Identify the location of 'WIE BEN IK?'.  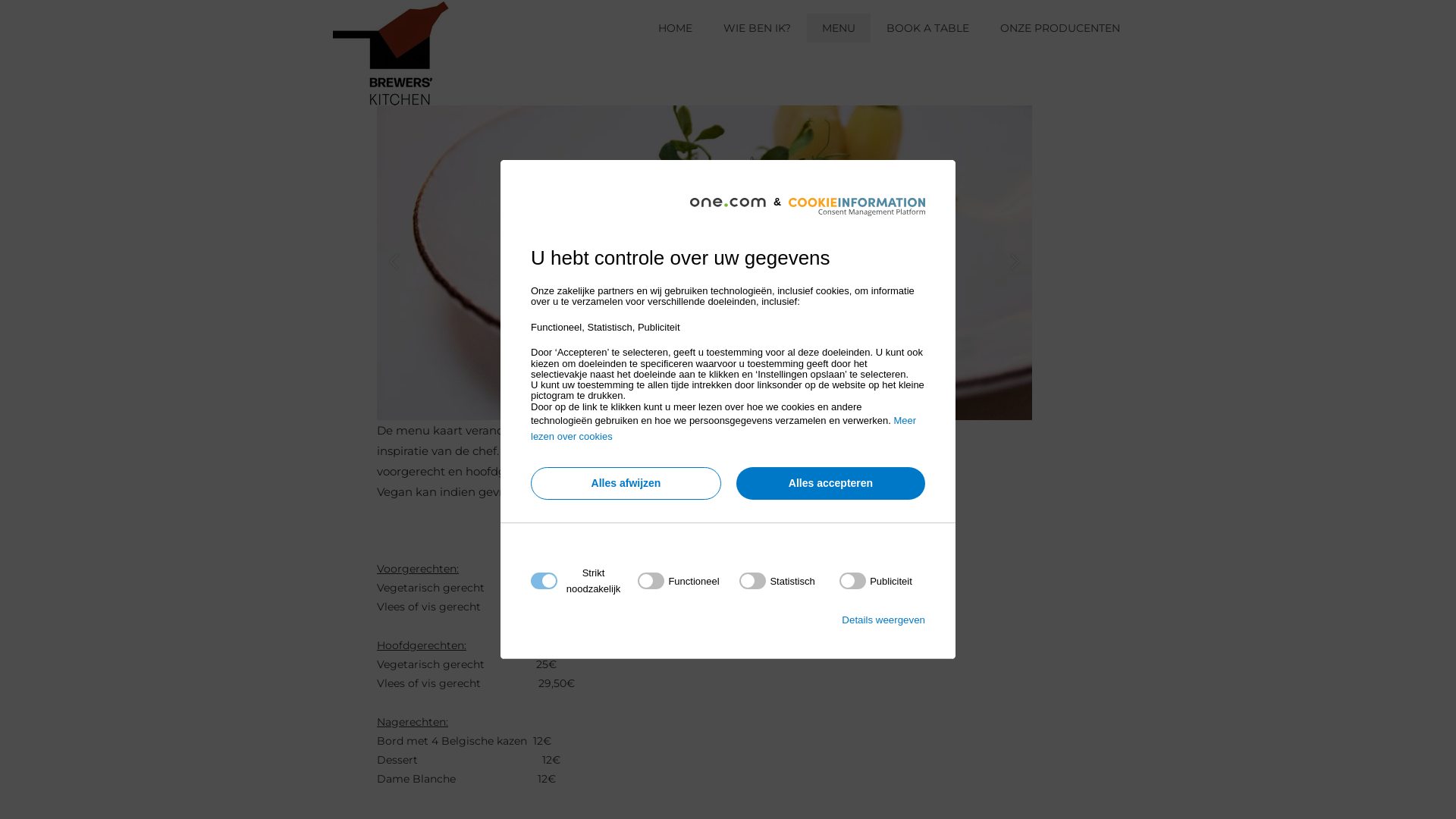
(708, 28).